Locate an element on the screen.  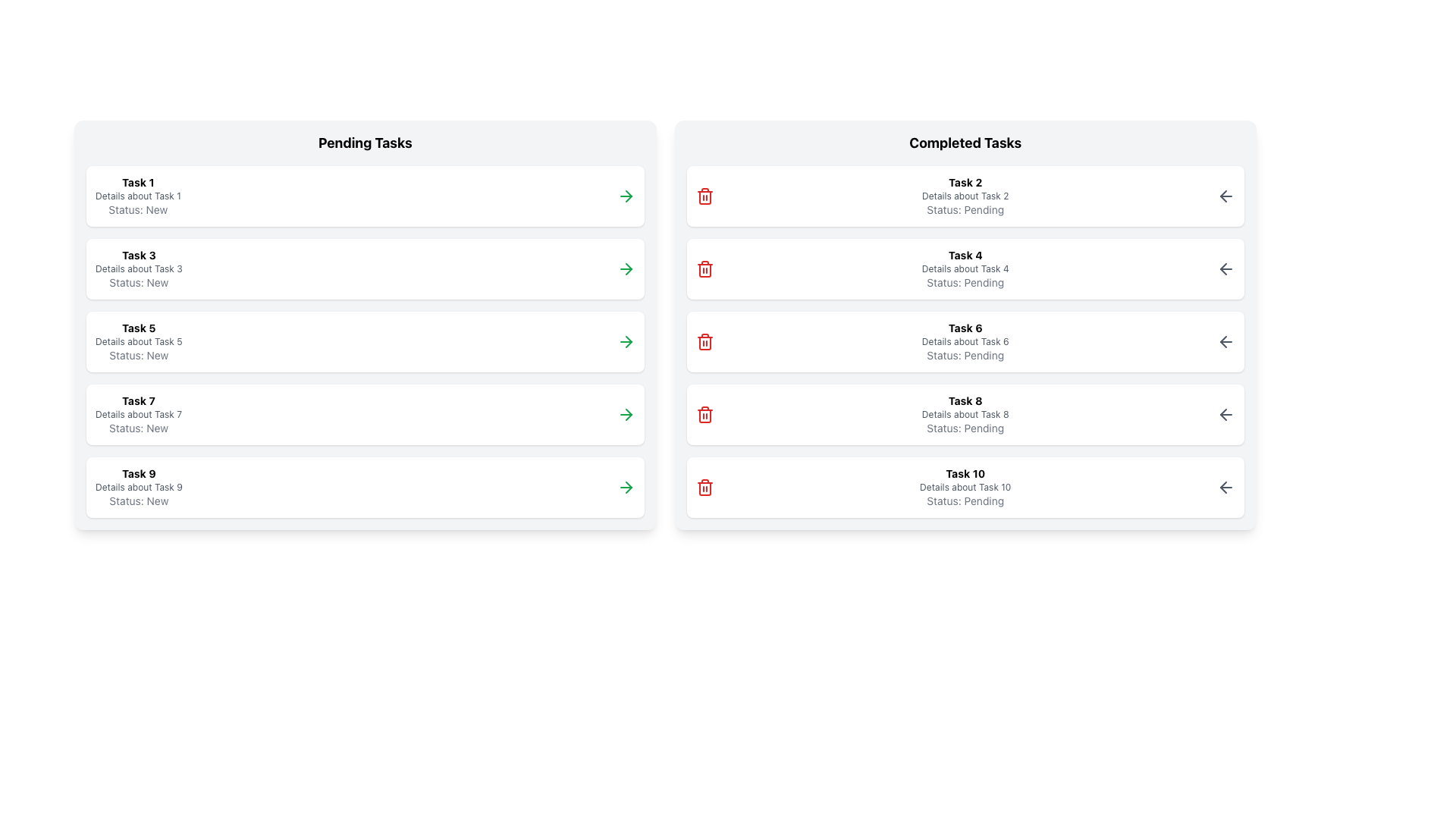
text from the header indicating the task number in the first line of the second card under 'Completed Tasks' in the right-hand column is located at coordinates (965, 254).